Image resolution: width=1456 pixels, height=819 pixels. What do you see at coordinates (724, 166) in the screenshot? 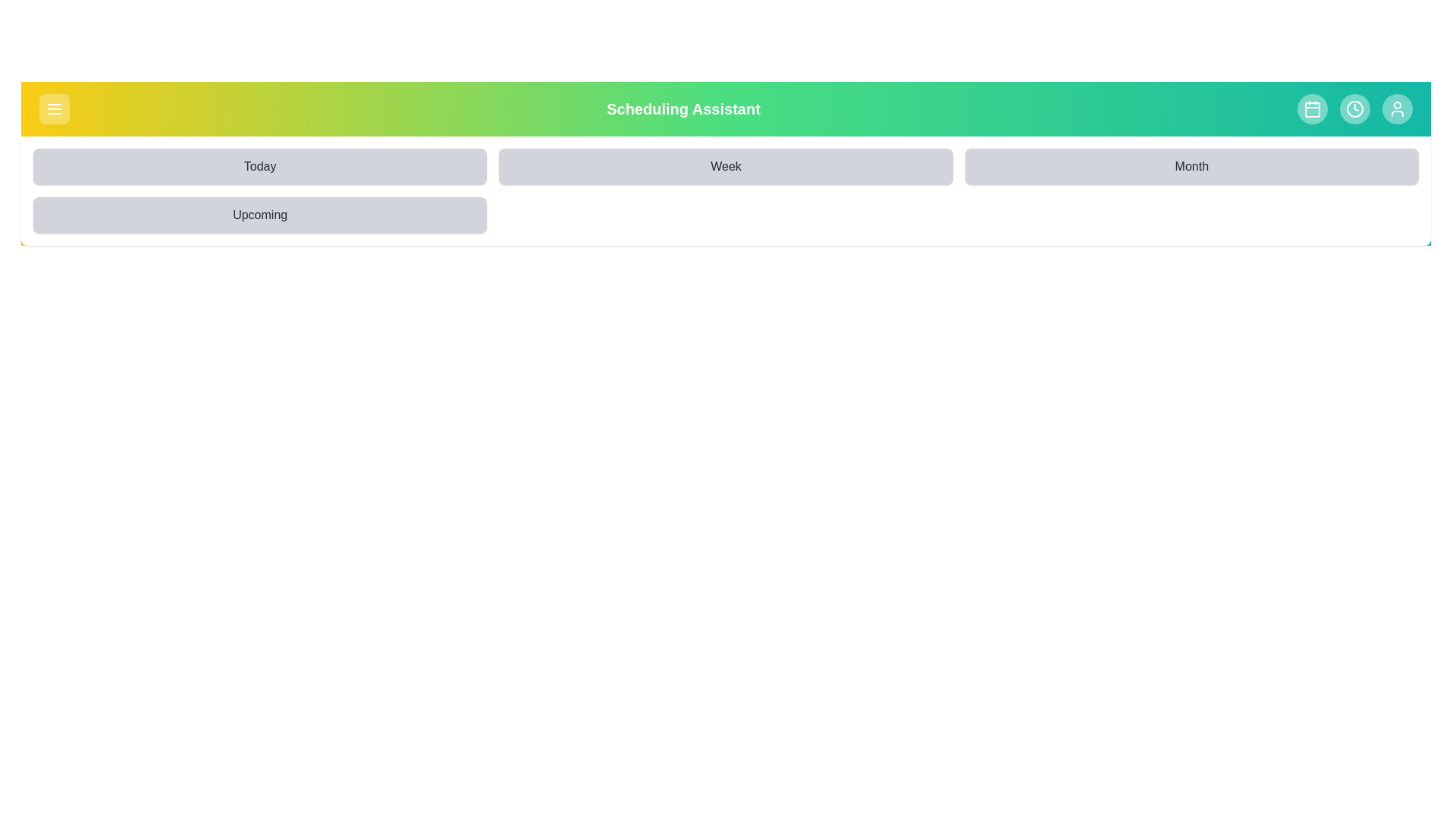
I see `the button corresponding to the selected time period: Week` at bounding box center [724, 166].